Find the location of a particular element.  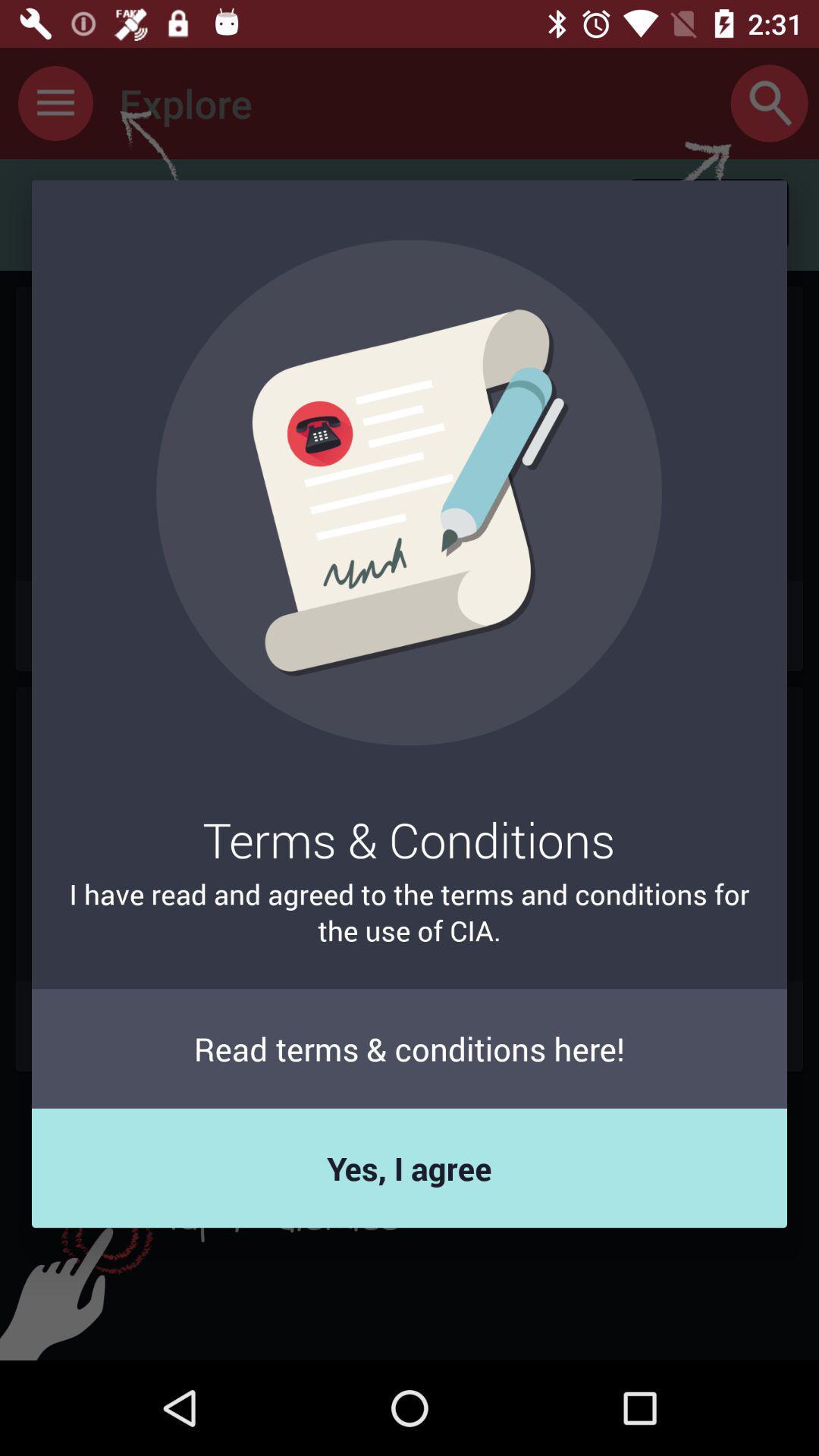

the item below read terms conditions item is located at coordinates (409, 1167).